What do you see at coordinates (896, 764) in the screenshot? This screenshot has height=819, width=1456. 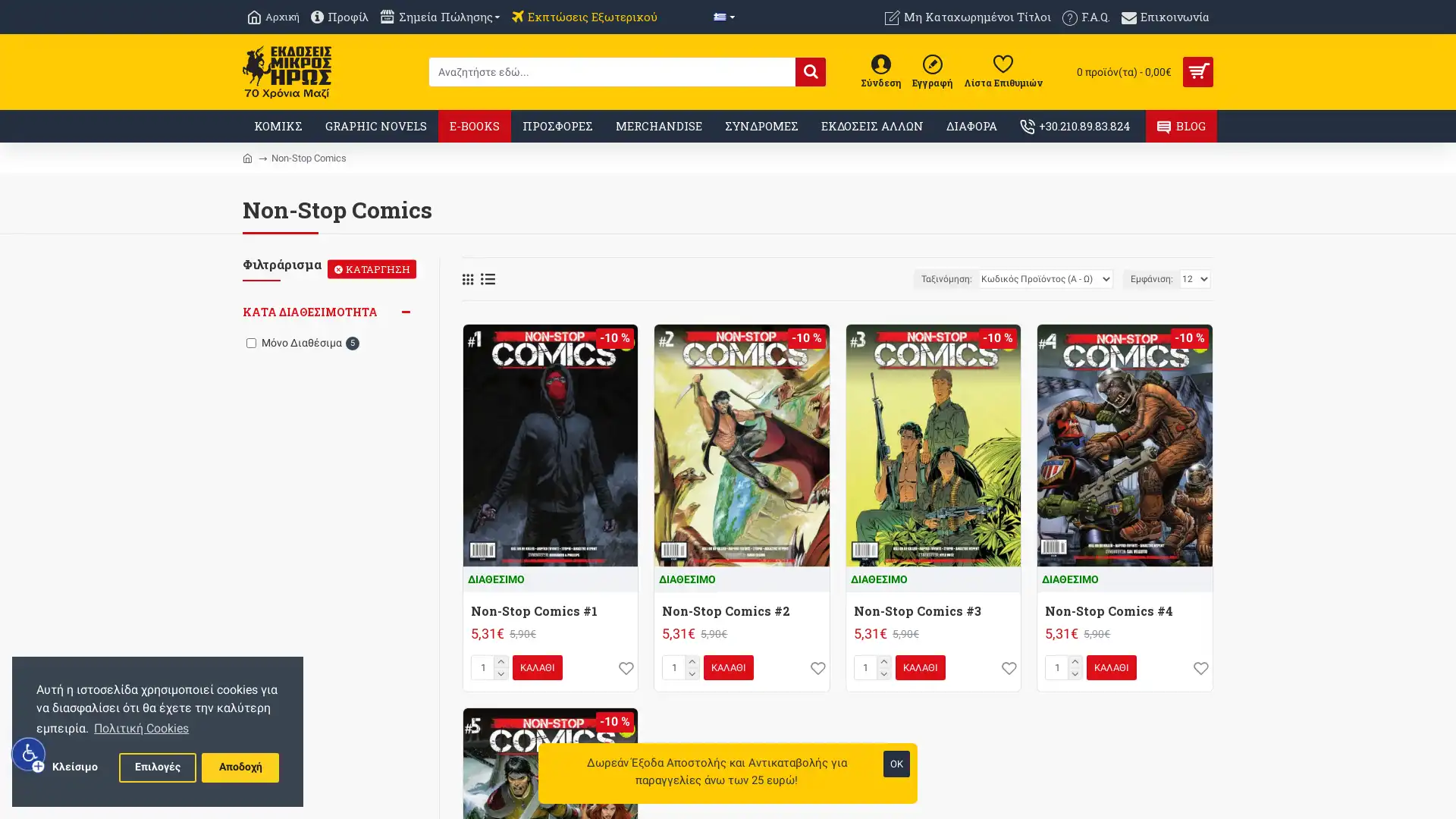 I see `OK` at bounding box center [896, 764].